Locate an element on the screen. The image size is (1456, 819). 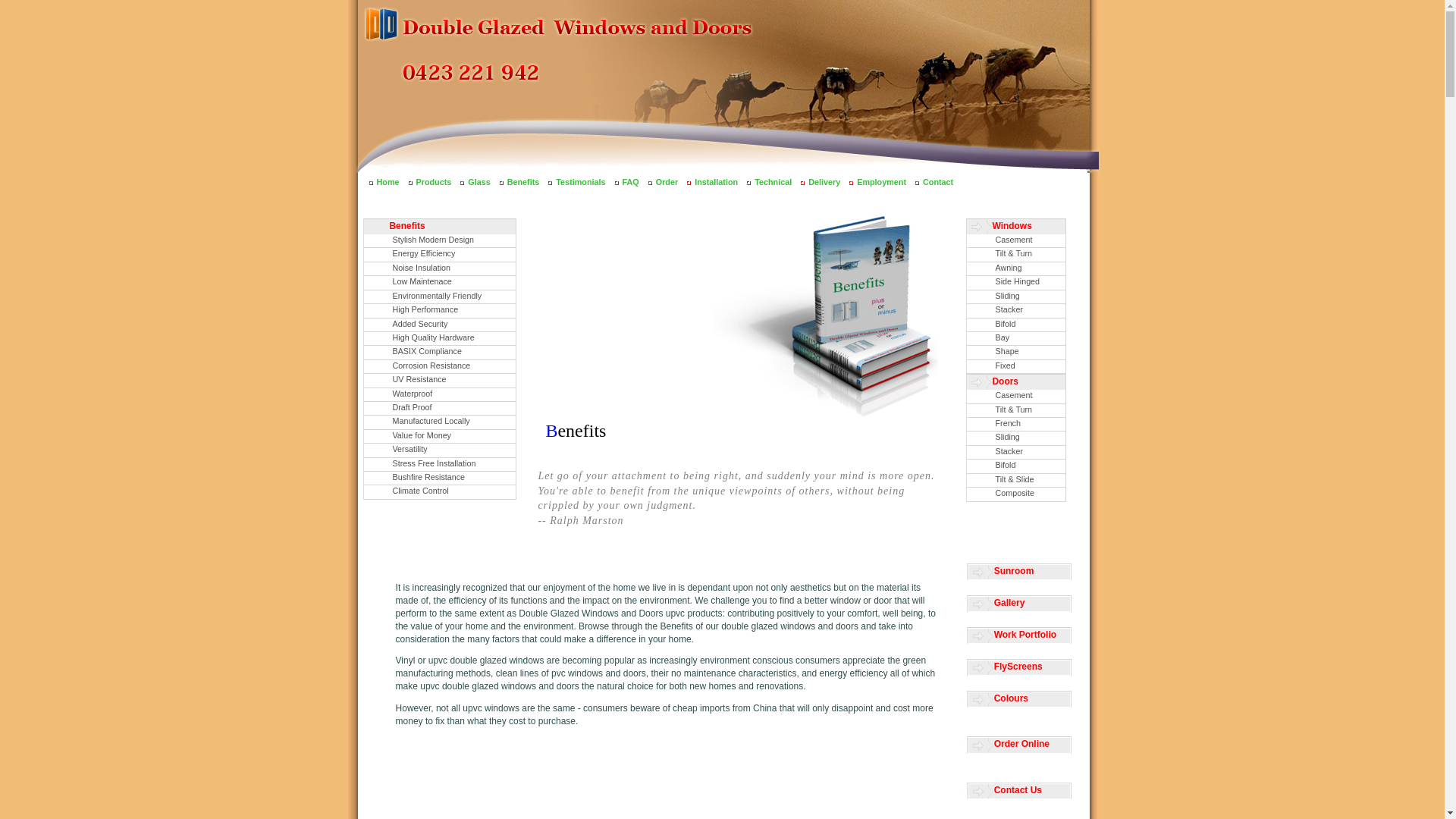
'Colours' is located at coordinates (1019, 699).